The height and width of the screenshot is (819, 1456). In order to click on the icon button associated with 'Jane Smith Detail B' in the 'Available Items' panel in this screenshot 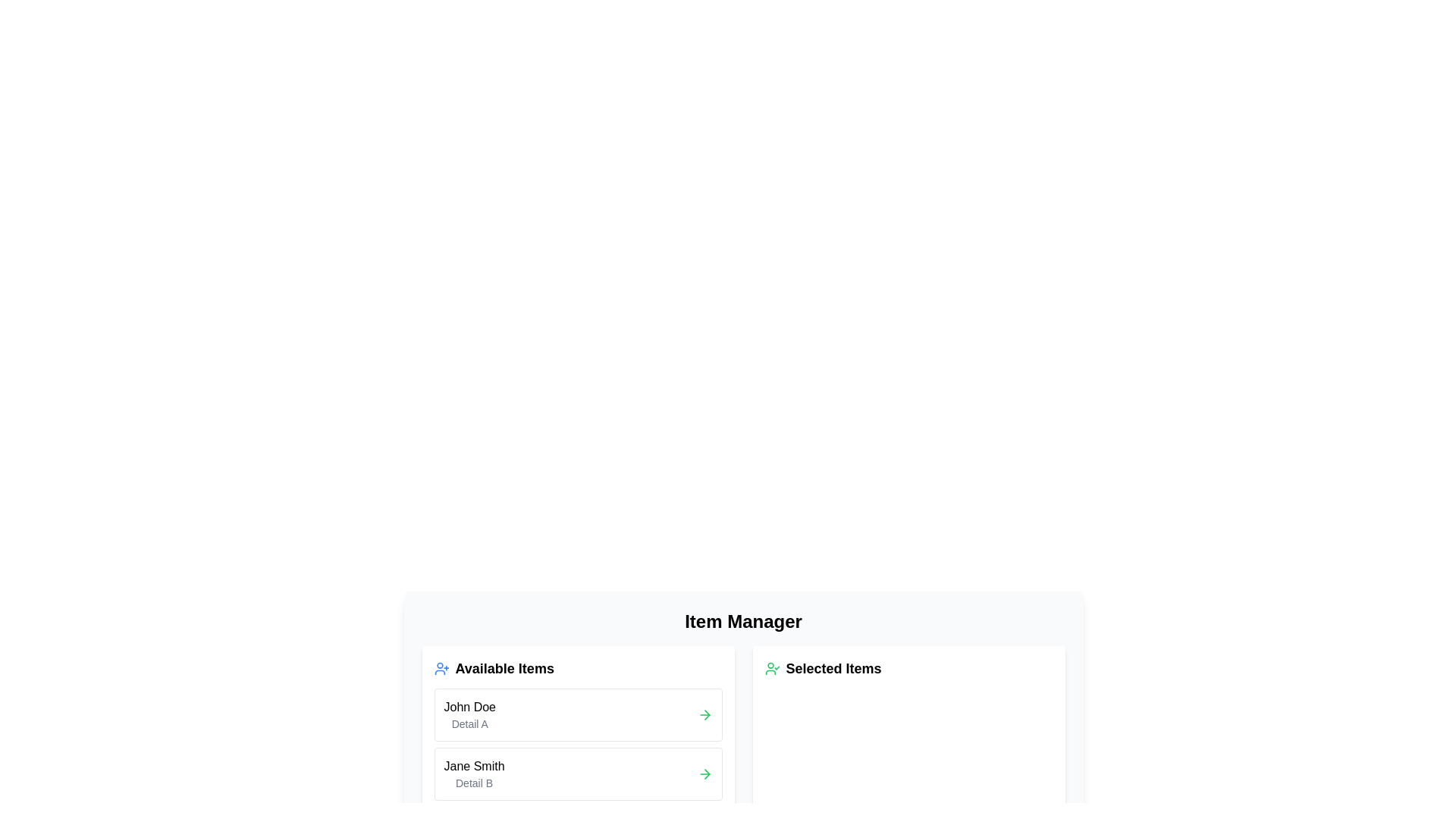, I will do `click(704, 774)`.